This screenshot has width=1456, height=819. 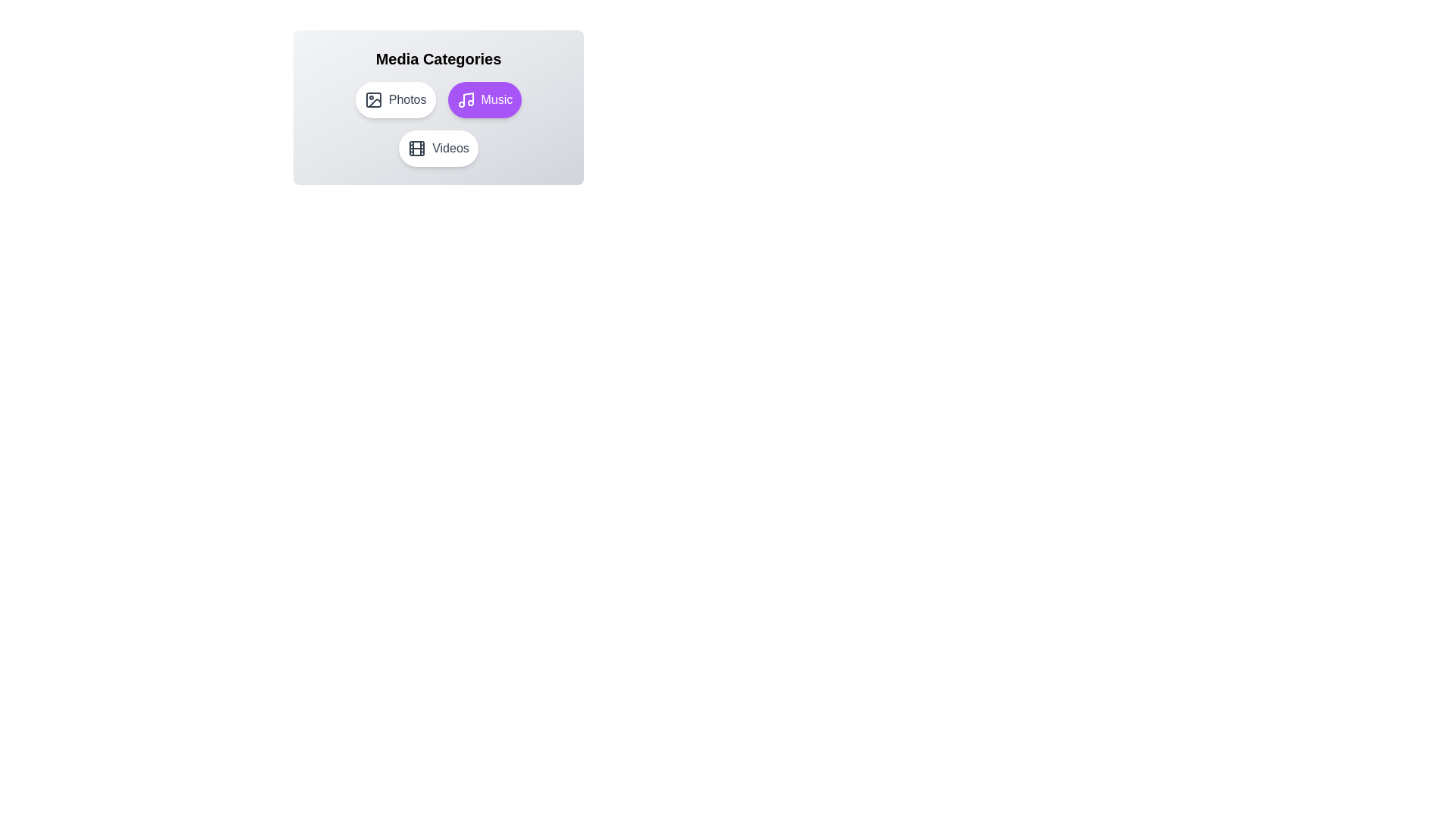 I want to click on the Music button to observe the hover effect, so click(x=484, y=99).